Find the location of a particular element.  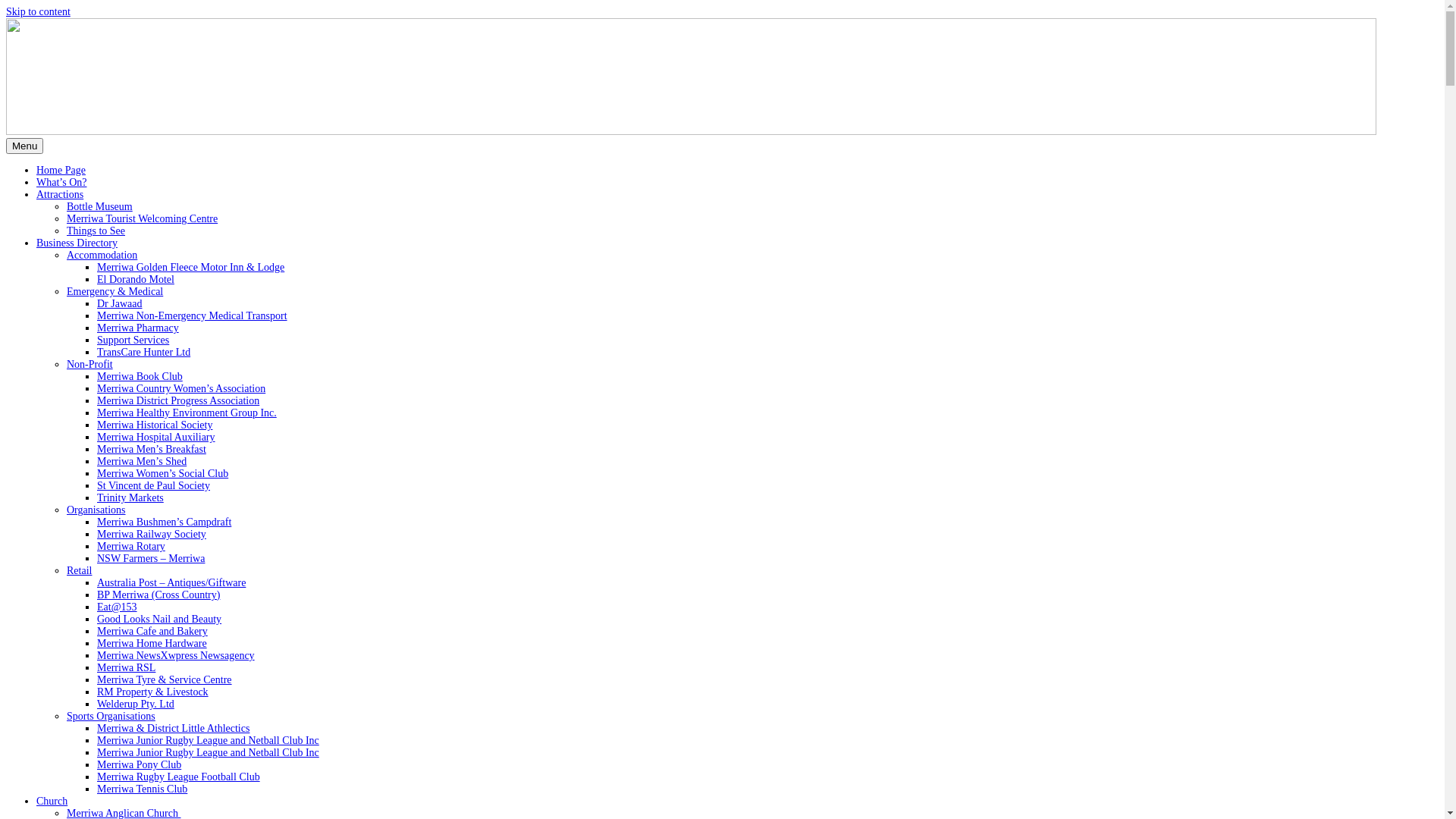

'Skip to content' is located at coordinates (6, 11).